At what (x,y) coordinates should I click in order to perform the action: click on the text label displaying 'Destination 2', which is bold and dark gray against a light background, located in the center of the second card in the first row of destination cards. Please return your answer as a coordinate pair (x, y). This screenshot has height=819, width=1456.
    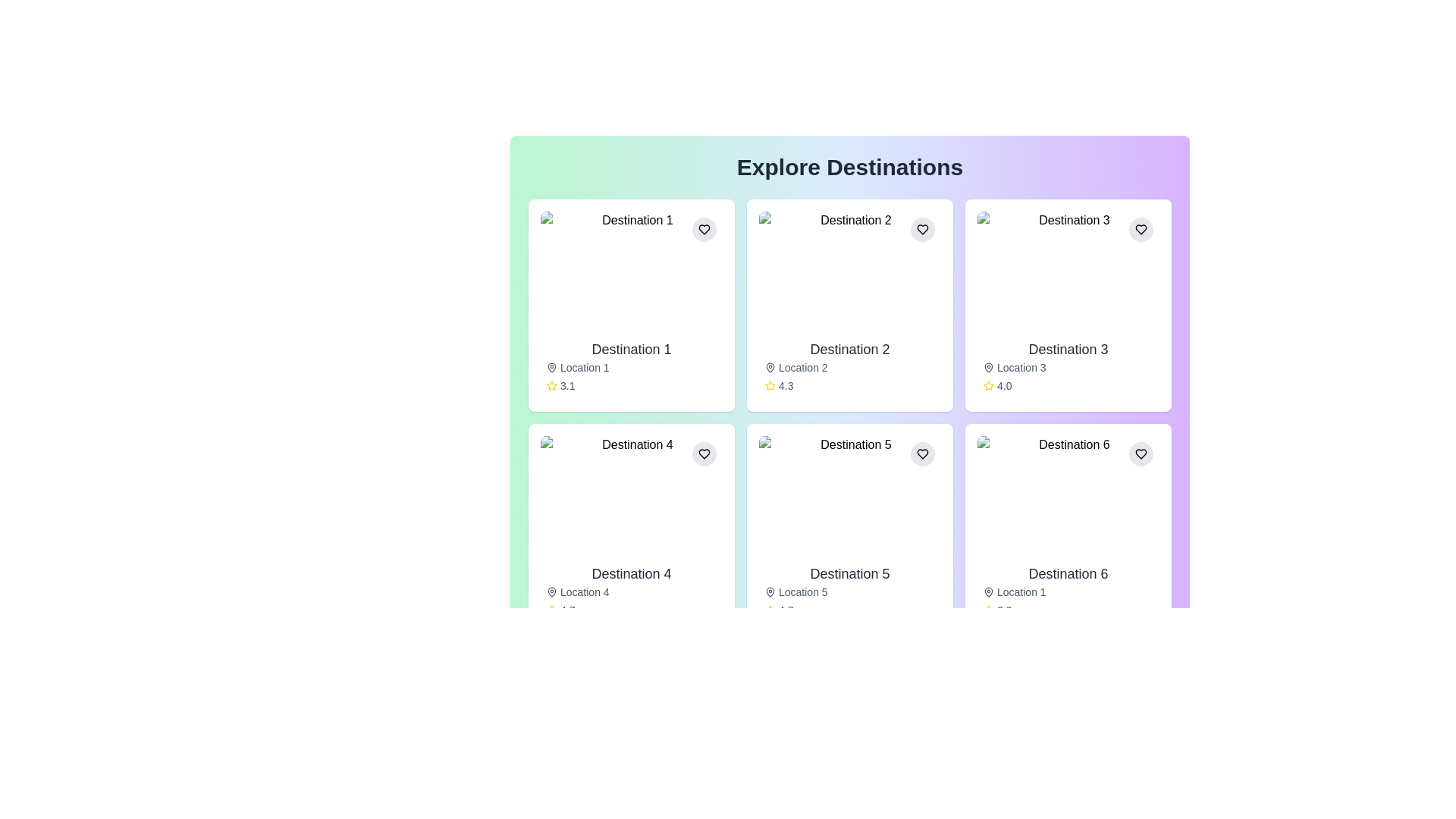
    Looking at the image, I should click on (850, 350).